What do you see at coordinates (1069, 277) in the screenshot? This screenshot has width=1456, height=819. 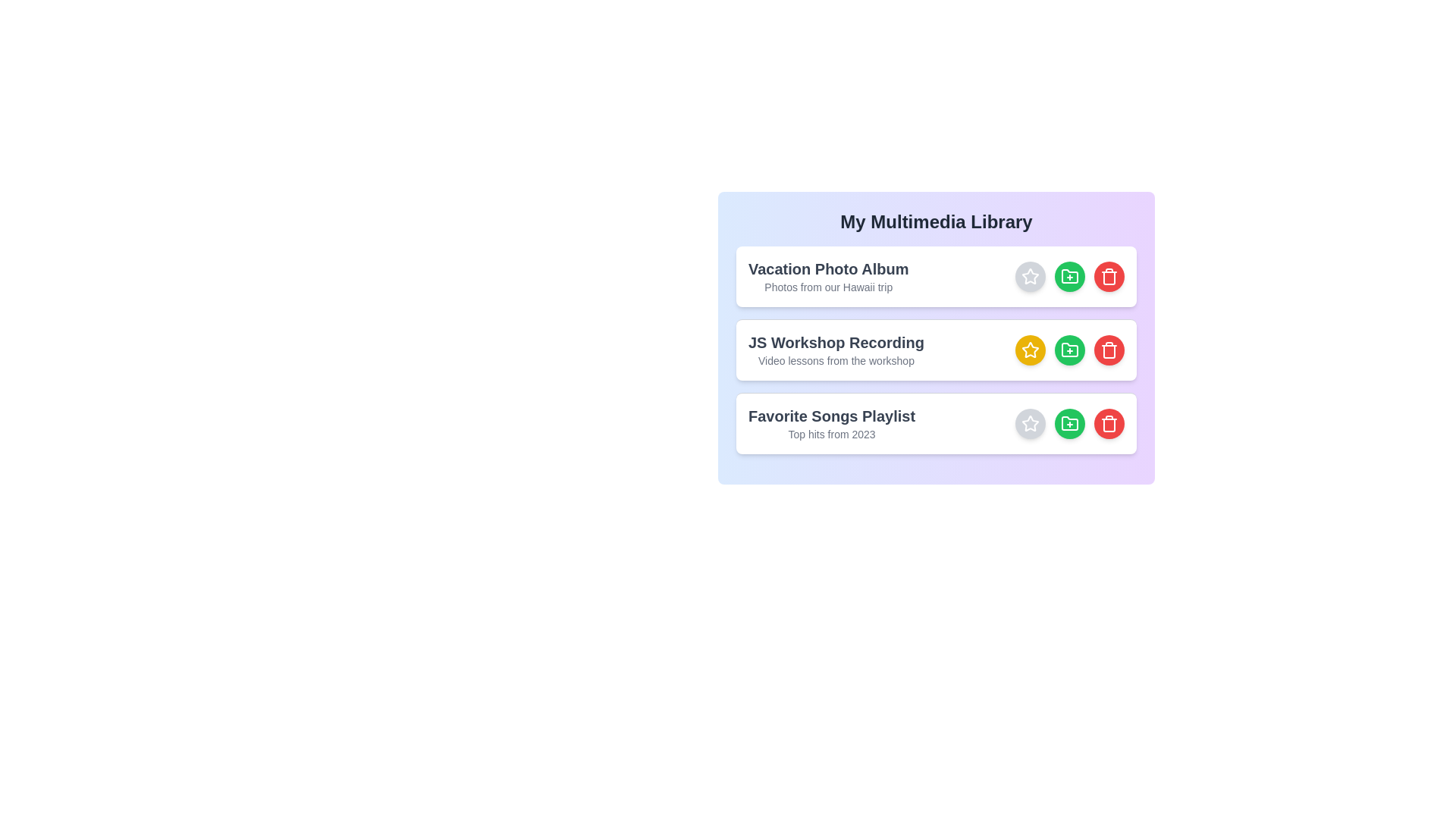 I see `the button located in the upper right section of the 'Vacation Photo Album' card` at bounding box center [1069, 277].